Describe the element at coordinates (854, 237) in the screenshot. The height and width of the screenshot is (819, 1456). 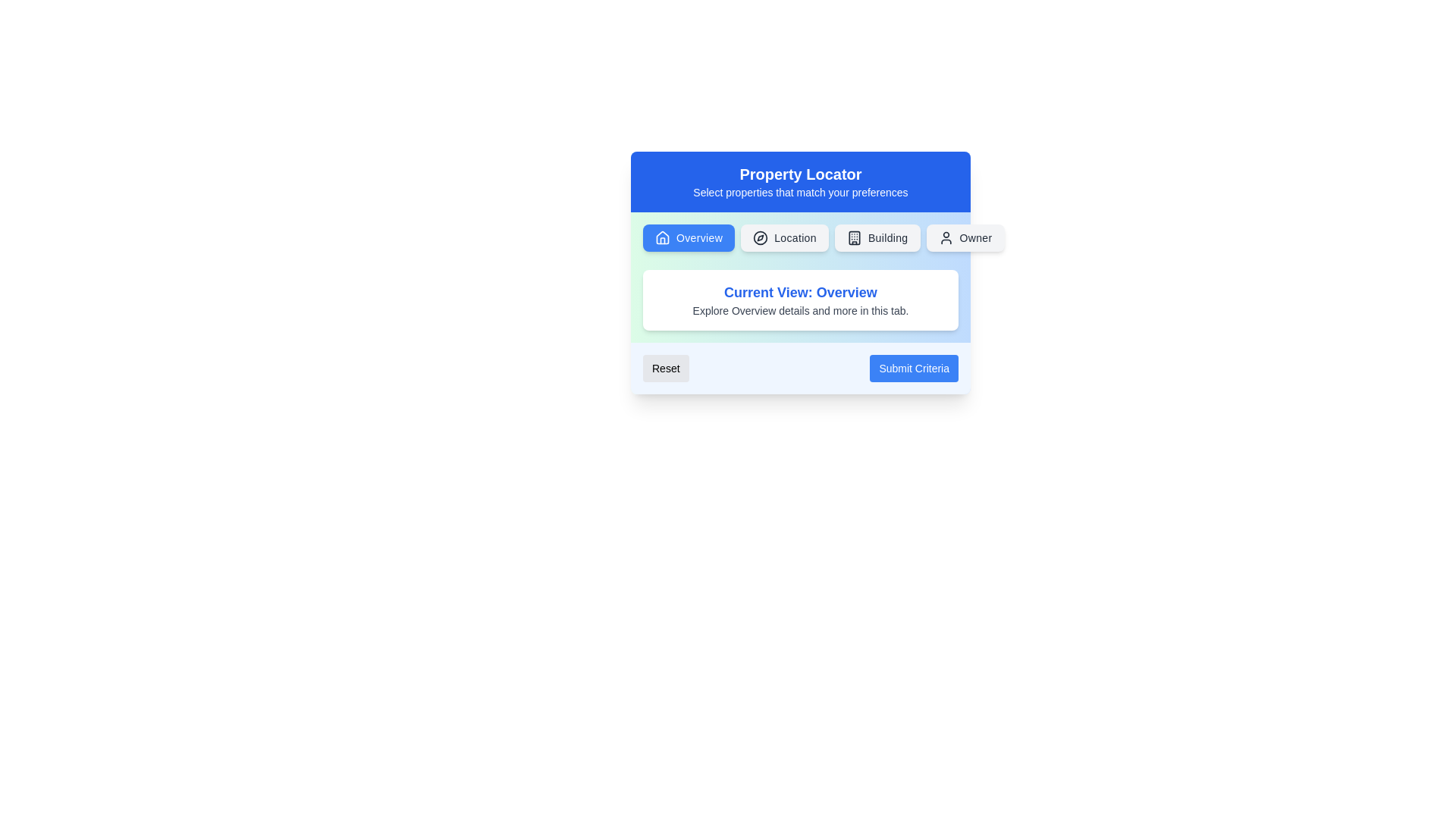
I see `the 'Building' button, which features a minimalist stroke-based outline icon of a building on the left side` at that location.